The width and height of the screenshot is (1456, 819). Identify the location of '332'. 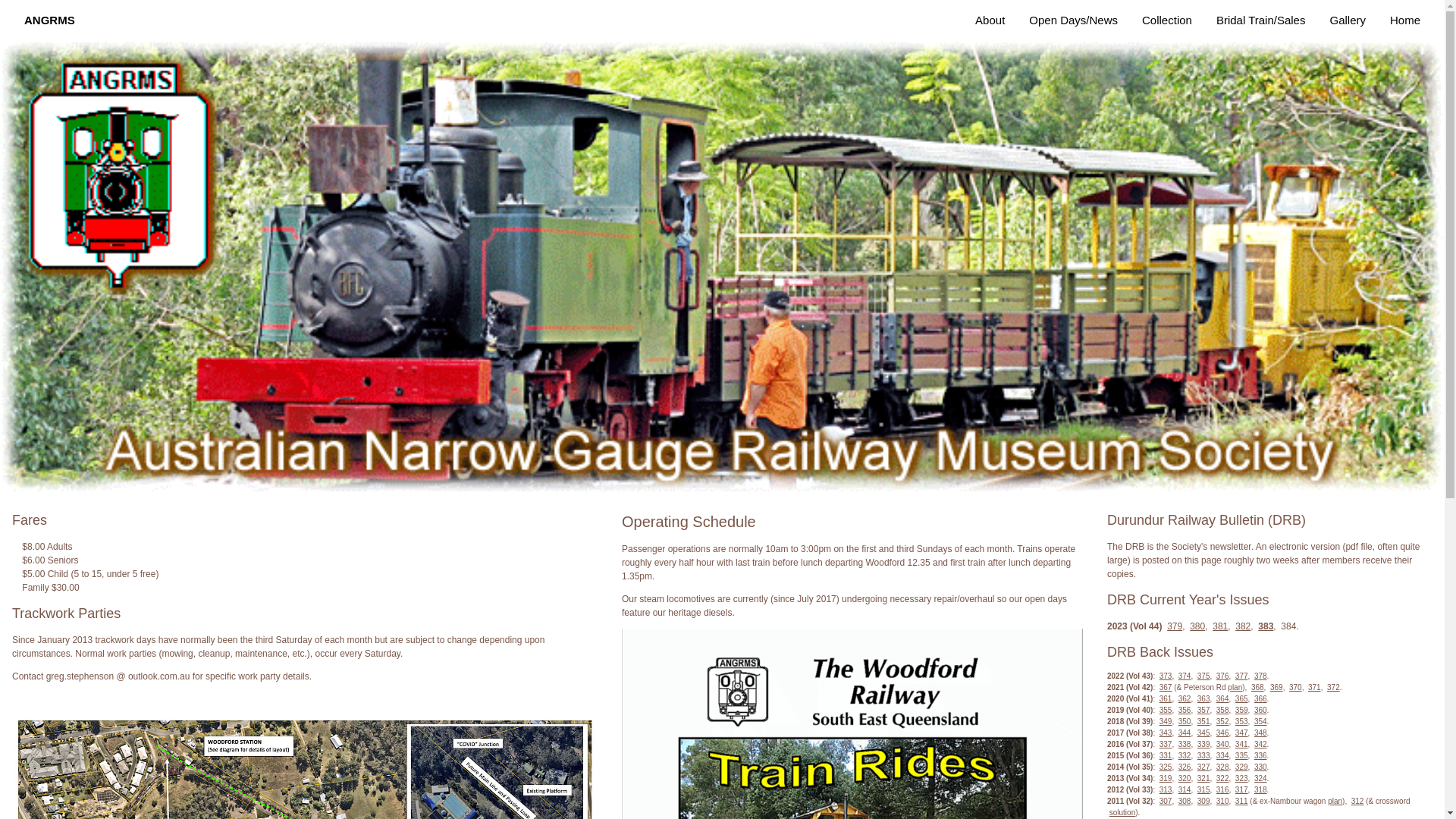
(1184, 755).